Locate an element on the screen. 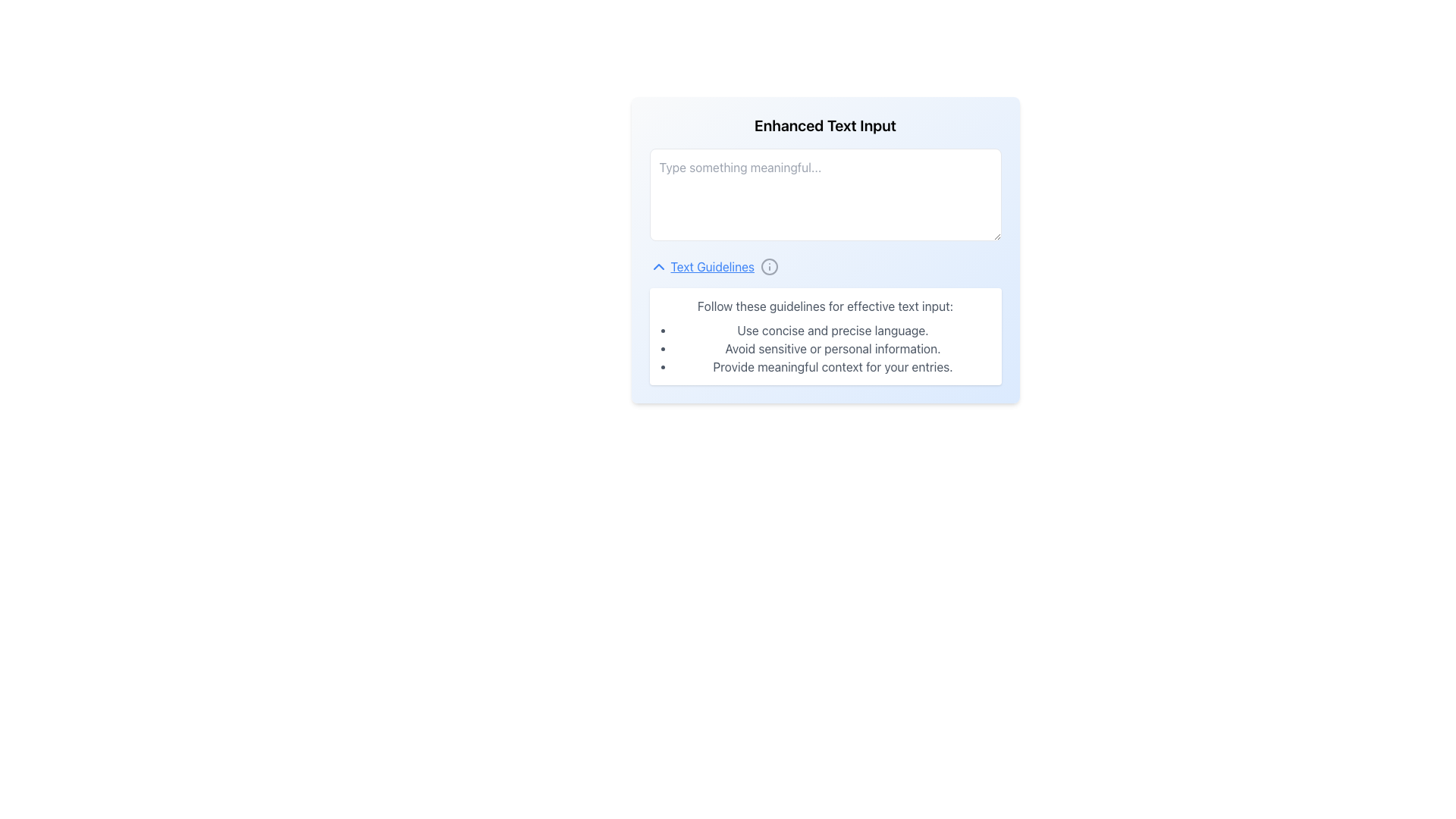 The image size is (1456, 819). header text that serves as a title for the associated input field, located at the top of the section is located at coordinates (824, 124).